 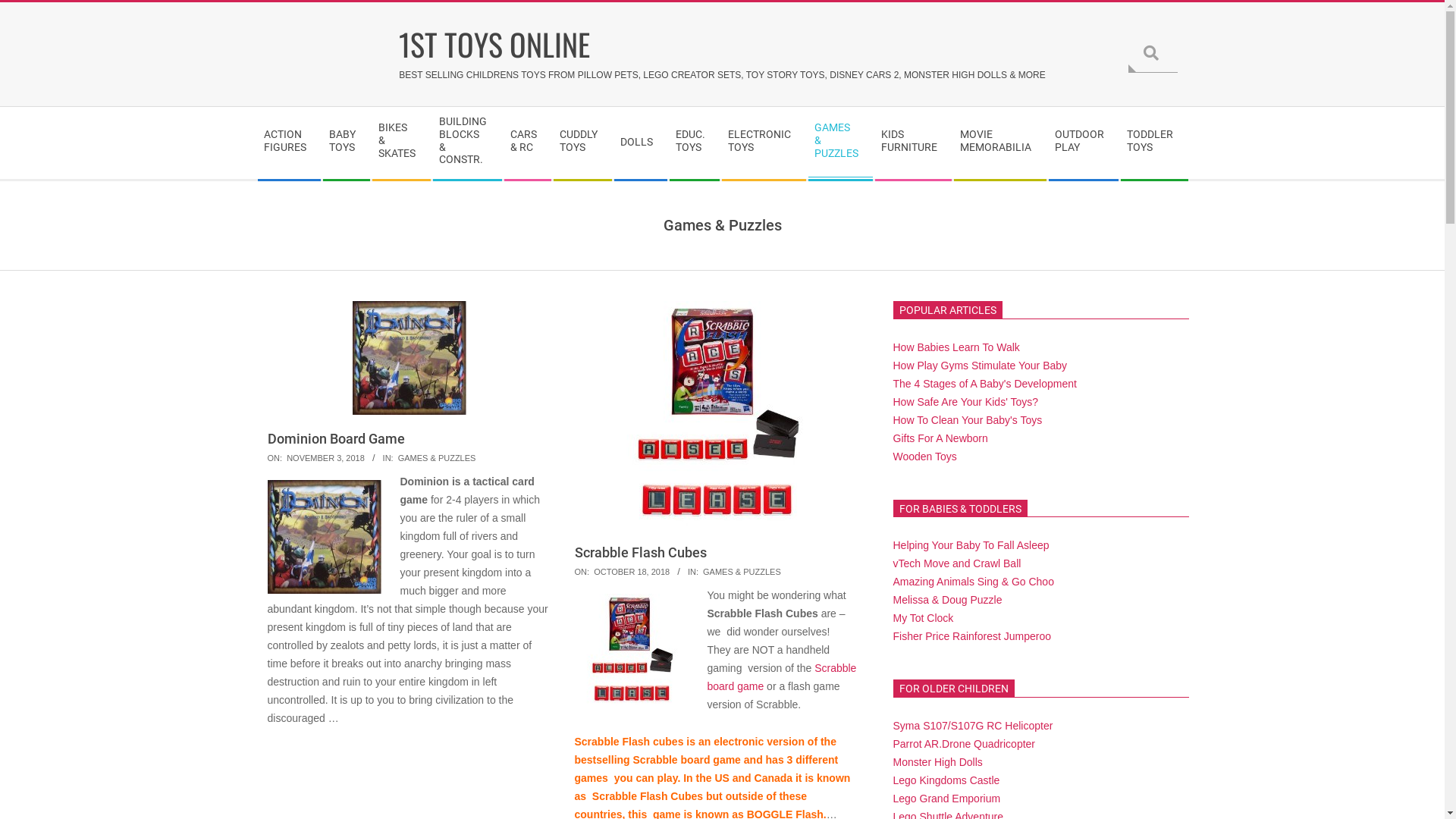 What do you see at coordinates (923, 617) in the screenshot?
I see `'My Tot Clock'` at bounding box center [923, 617].